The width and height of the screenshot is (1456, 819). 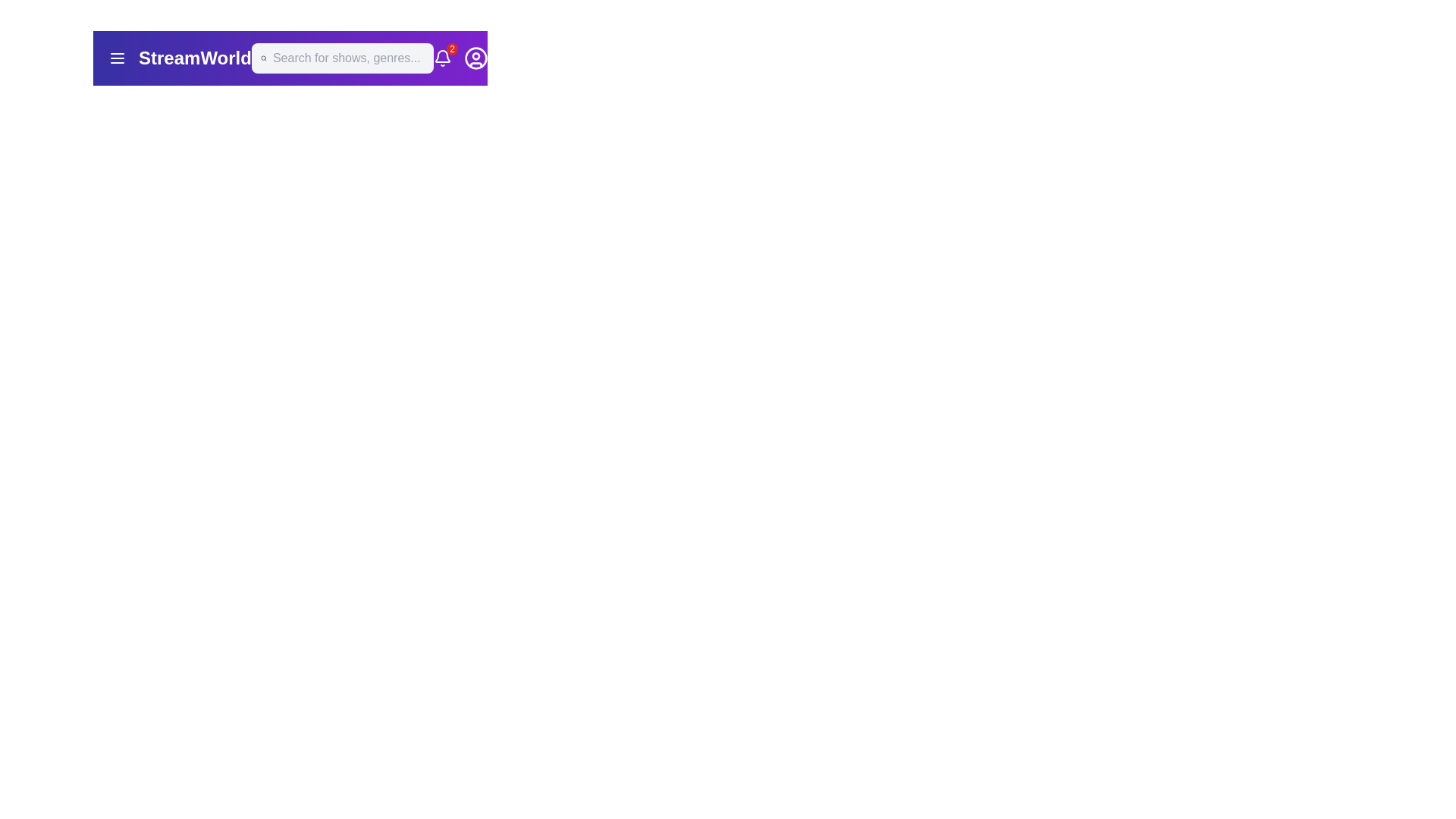 I want to click on displayed number on the Notification counter located at the top-right corner of the bell icon in the header bar, so click(x=441, y=58).